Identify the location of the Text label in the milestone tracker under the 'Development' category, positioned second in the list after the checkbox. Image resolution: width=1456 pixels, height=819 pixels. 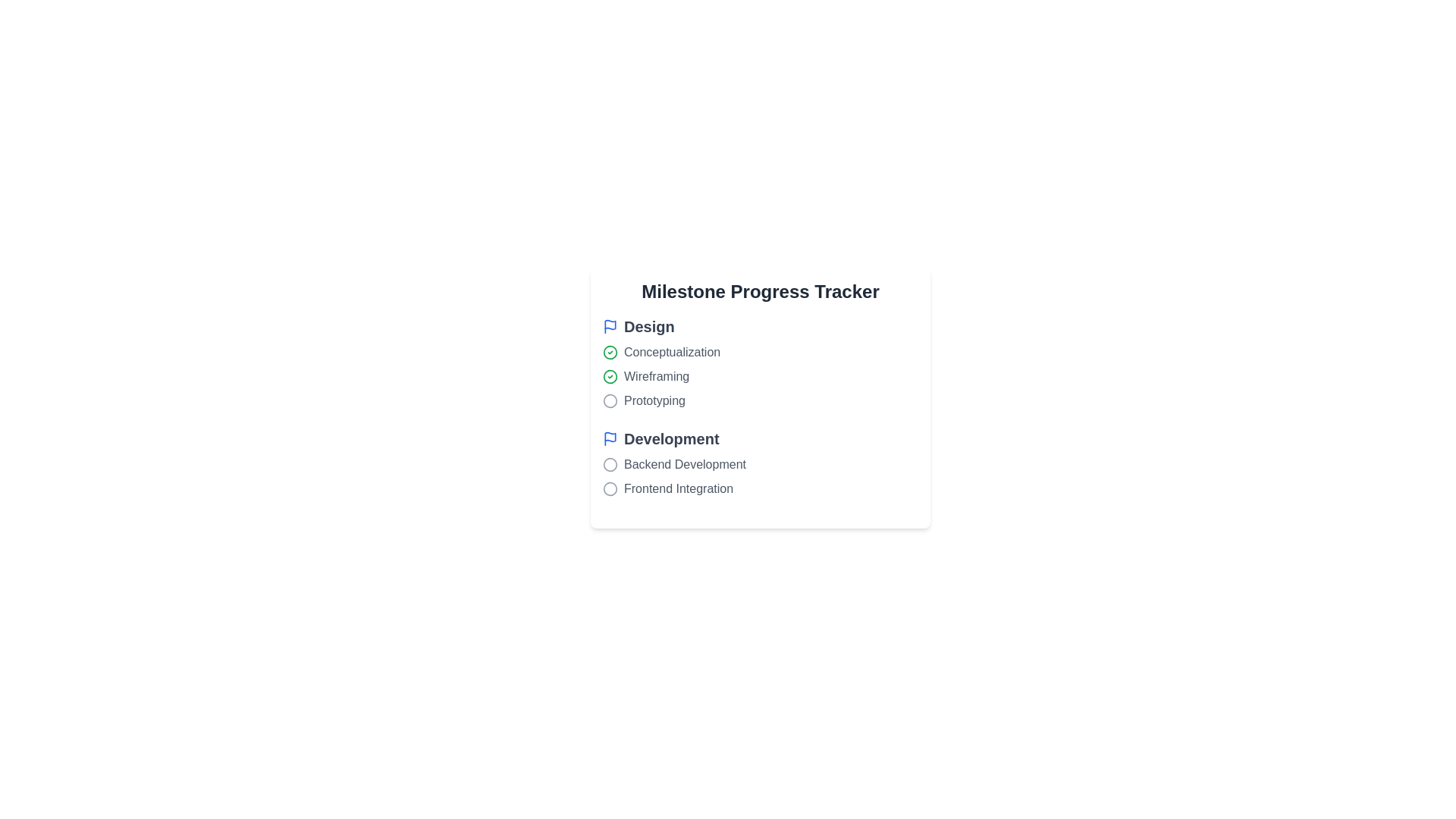
(684, 464).